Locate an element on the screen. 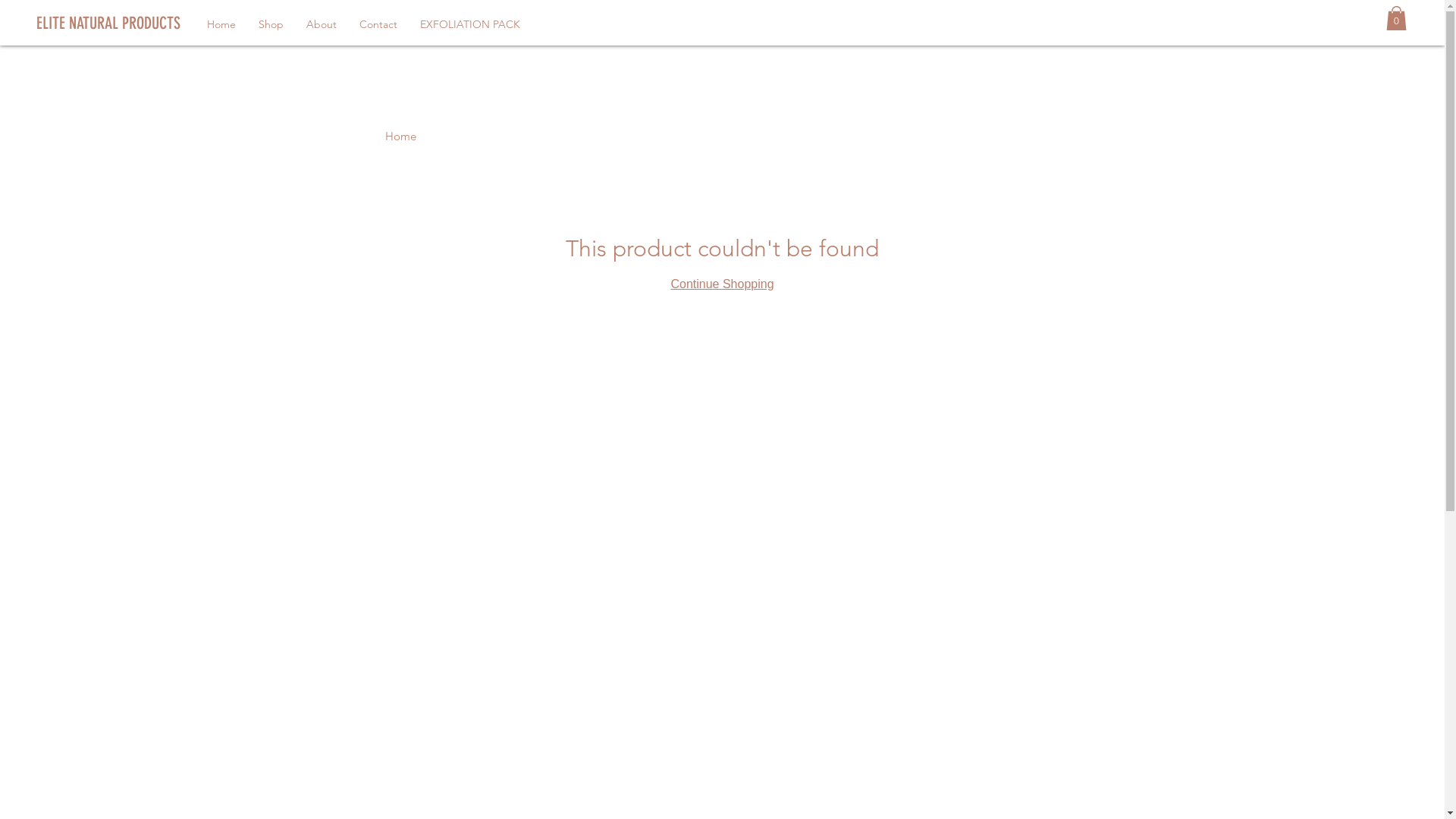 This screenshot has width=1456, height=819. 'Contact' is located at coordinates (347, 24).